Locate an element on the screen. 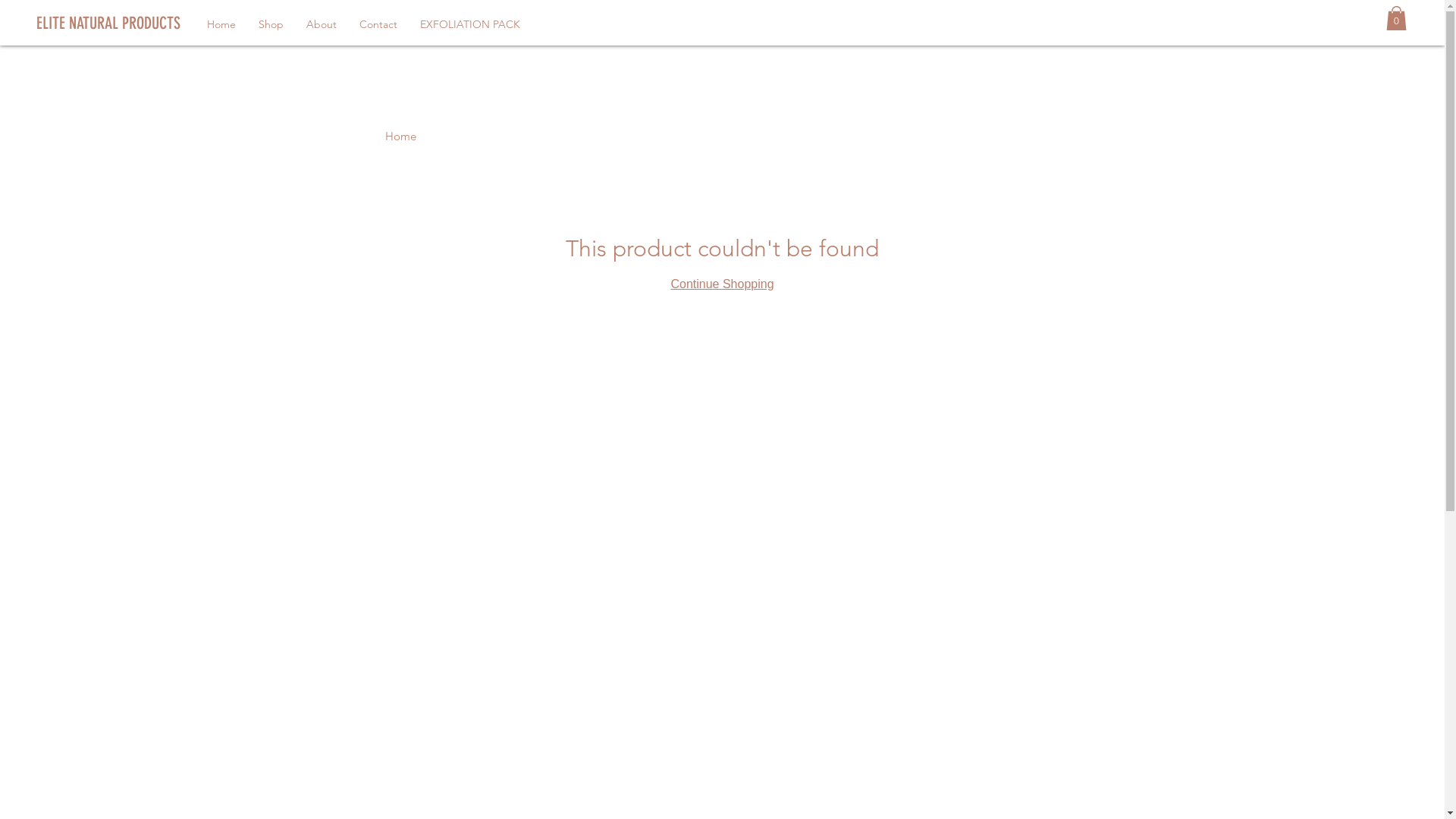 This screenshot has width=1456, height=819. 'Contact' is located at coordinates (347, 24).